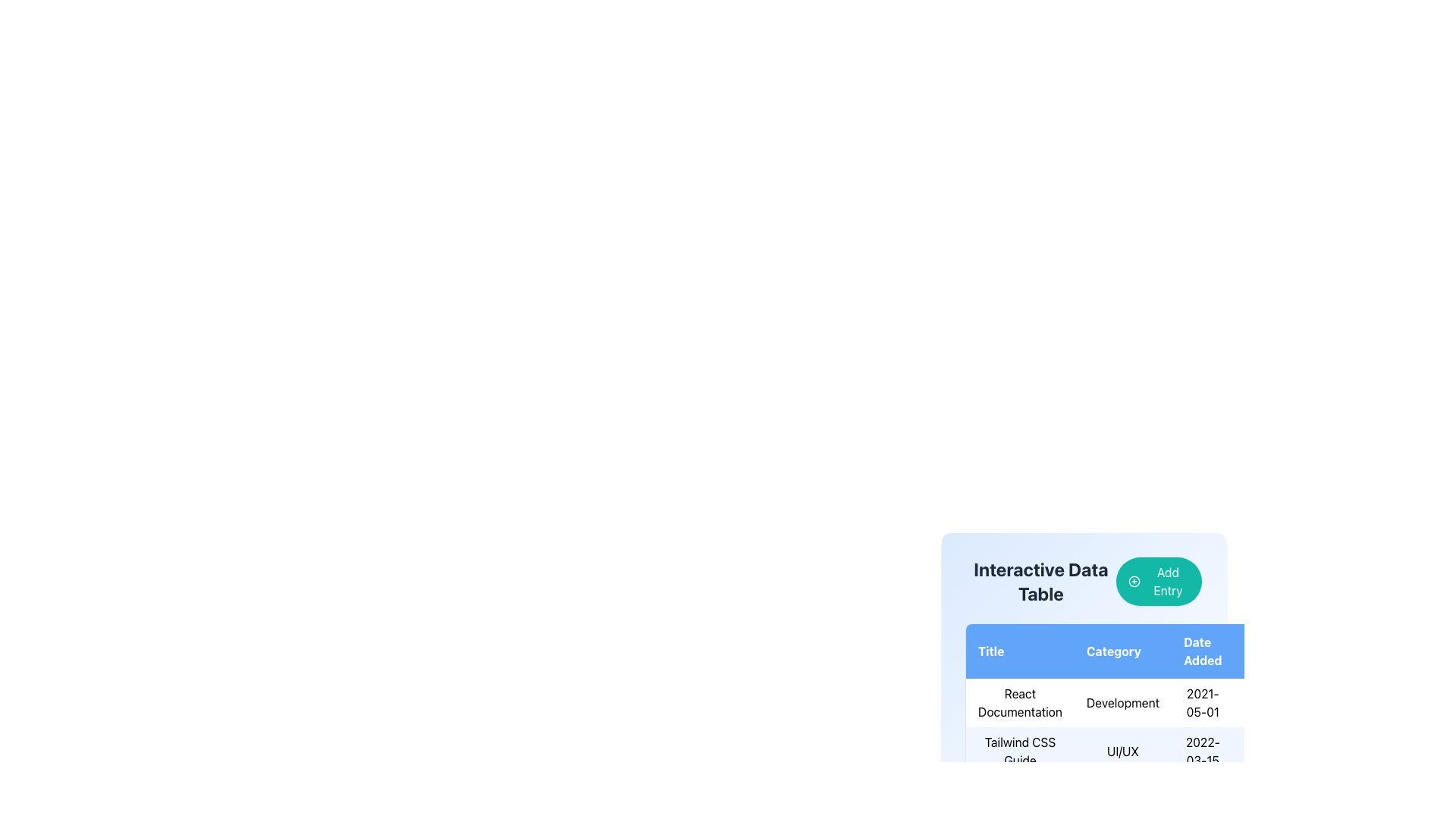  Describe the element at coordinates (1134, 752) in the screenshot. I see `the text label` at that location.